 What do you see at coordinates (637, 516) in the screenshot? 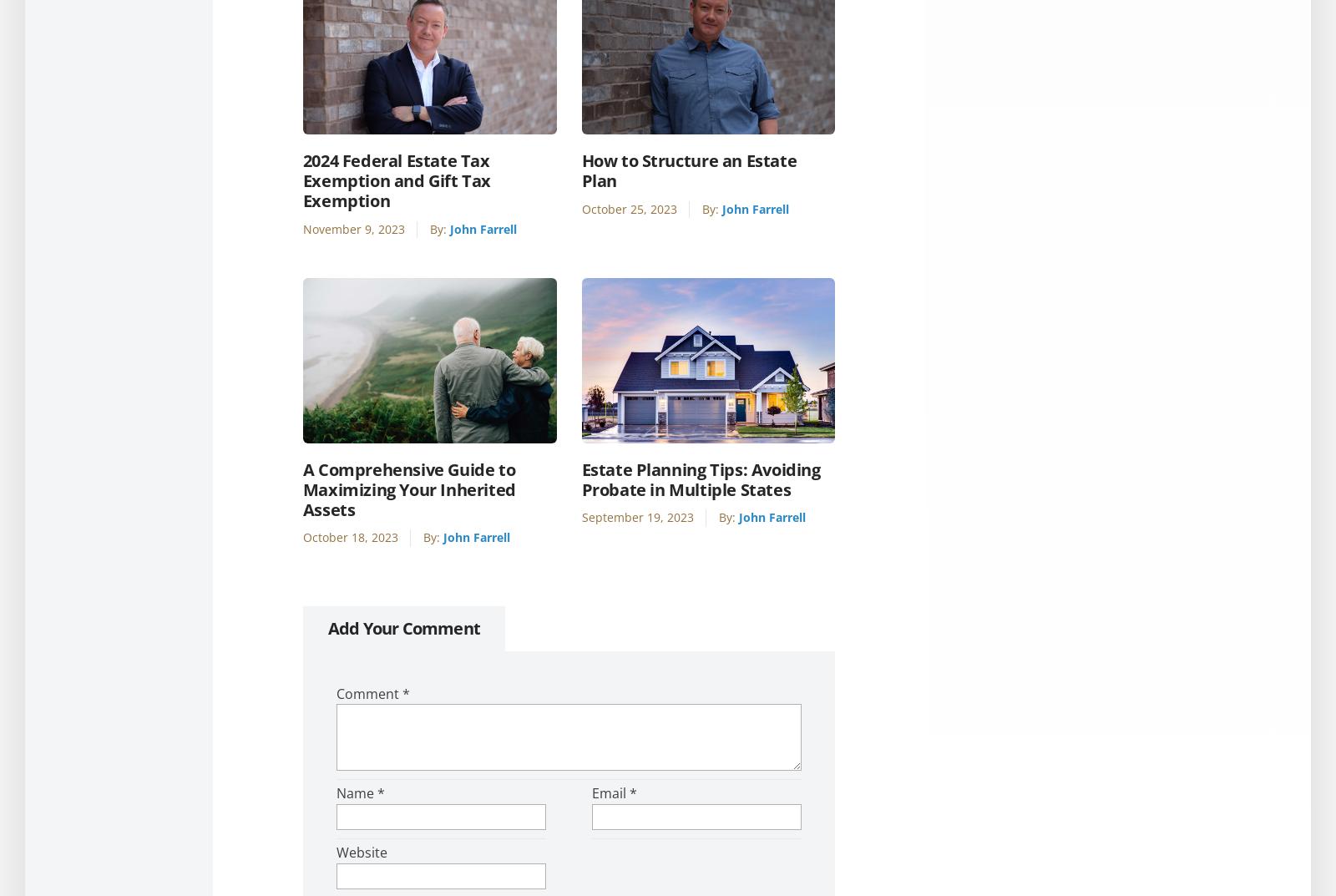
I see `'September 19, 2023'` at bounding box center [637, 516].